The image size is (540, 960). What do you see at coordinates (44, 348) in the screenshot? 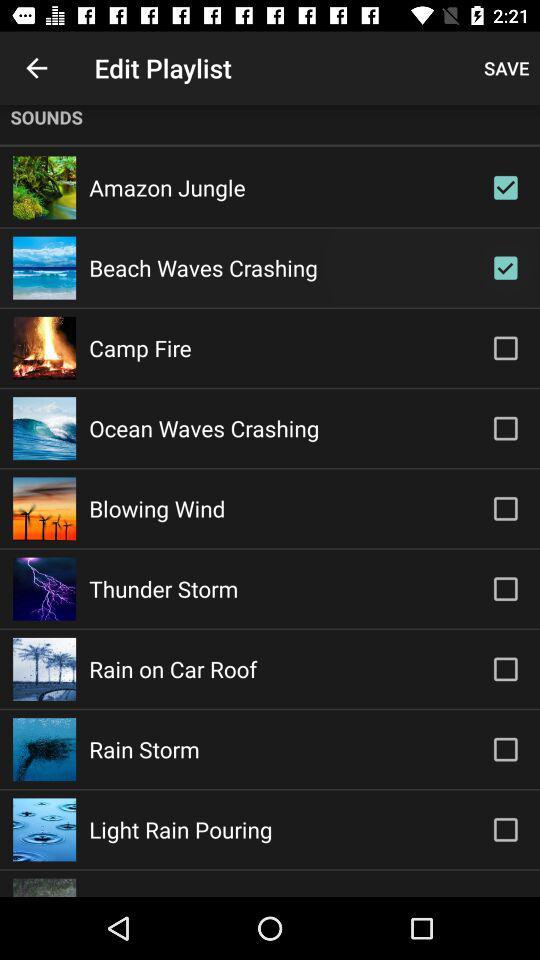
I see `the image beside camp fire` at bounding box center [44, 348].